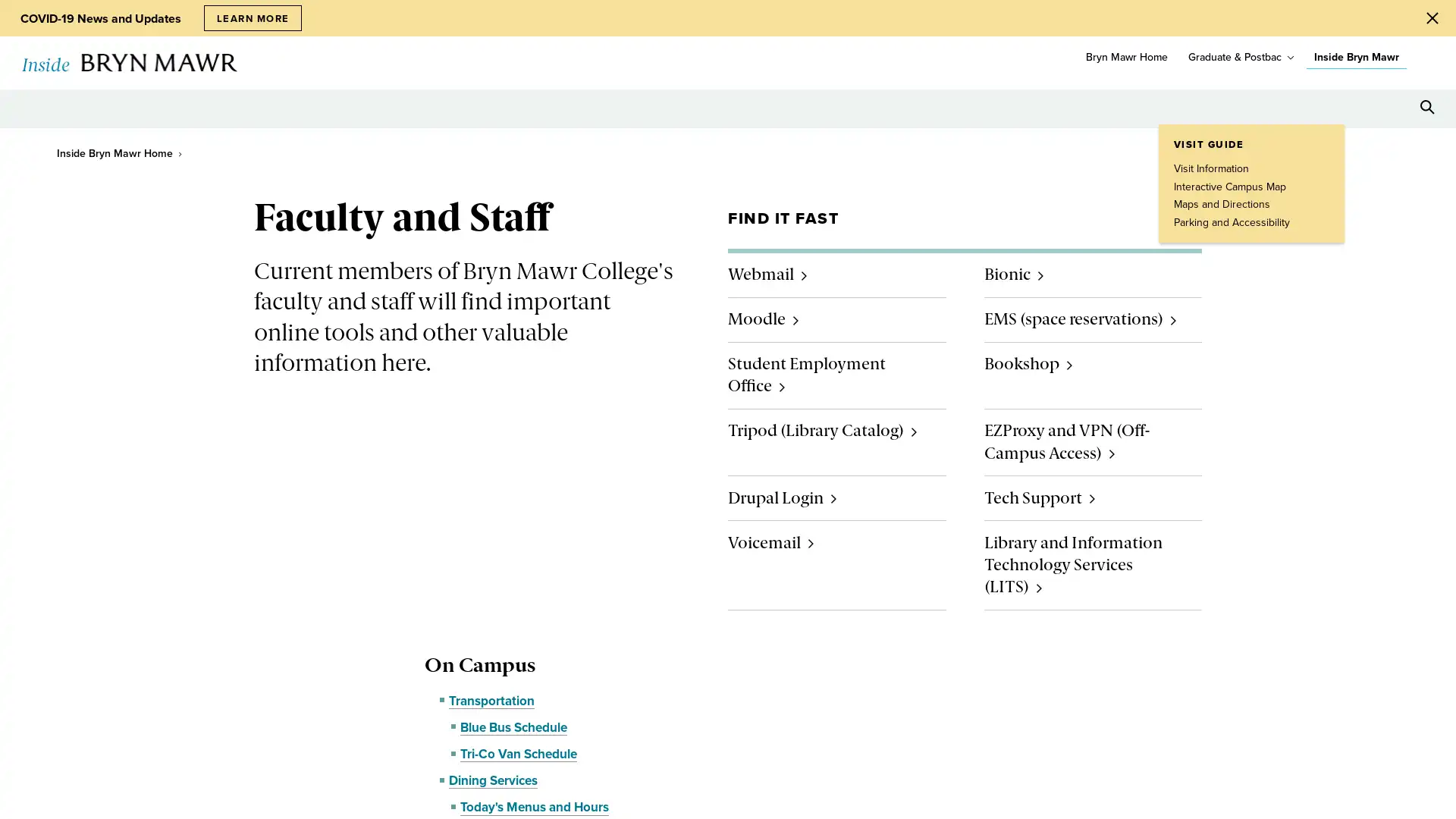 The image size is (1456, 819). Describe the element at coordinates (331, 99) in the screenshot. I see `toggle submenu` at that location.